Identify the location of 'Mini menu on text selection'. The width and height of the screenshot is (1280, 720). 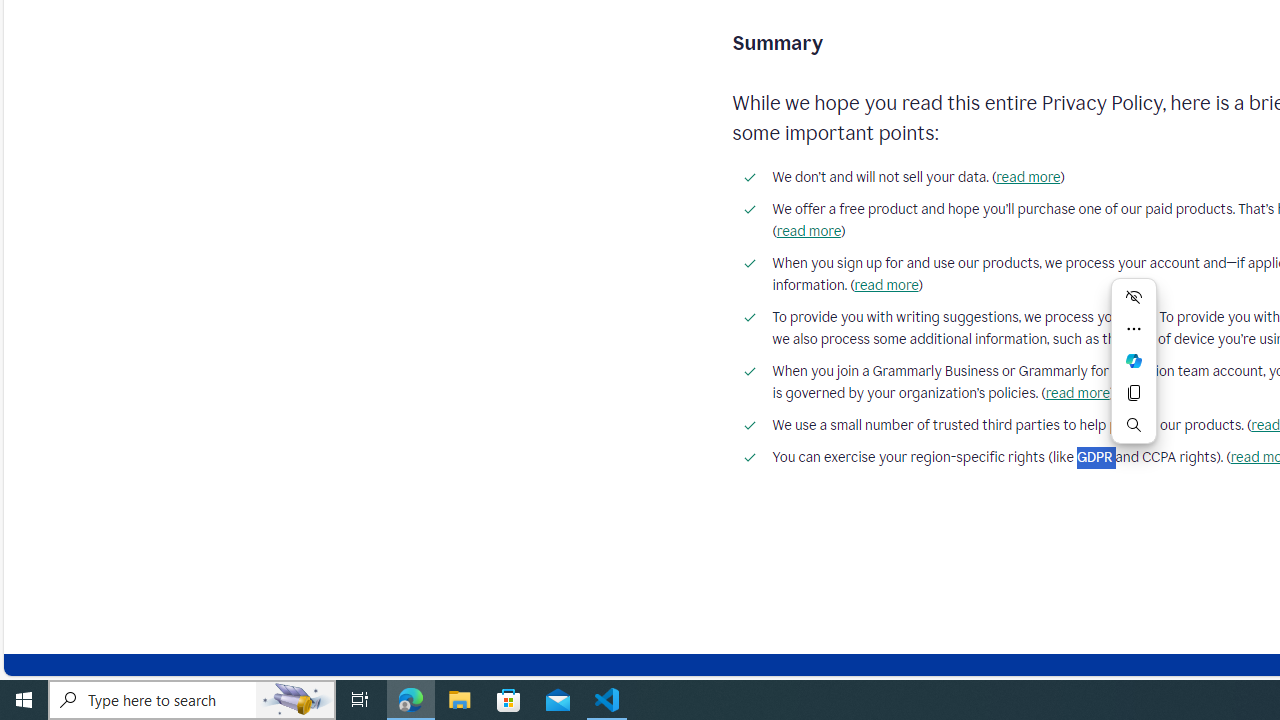
(1134, 361).